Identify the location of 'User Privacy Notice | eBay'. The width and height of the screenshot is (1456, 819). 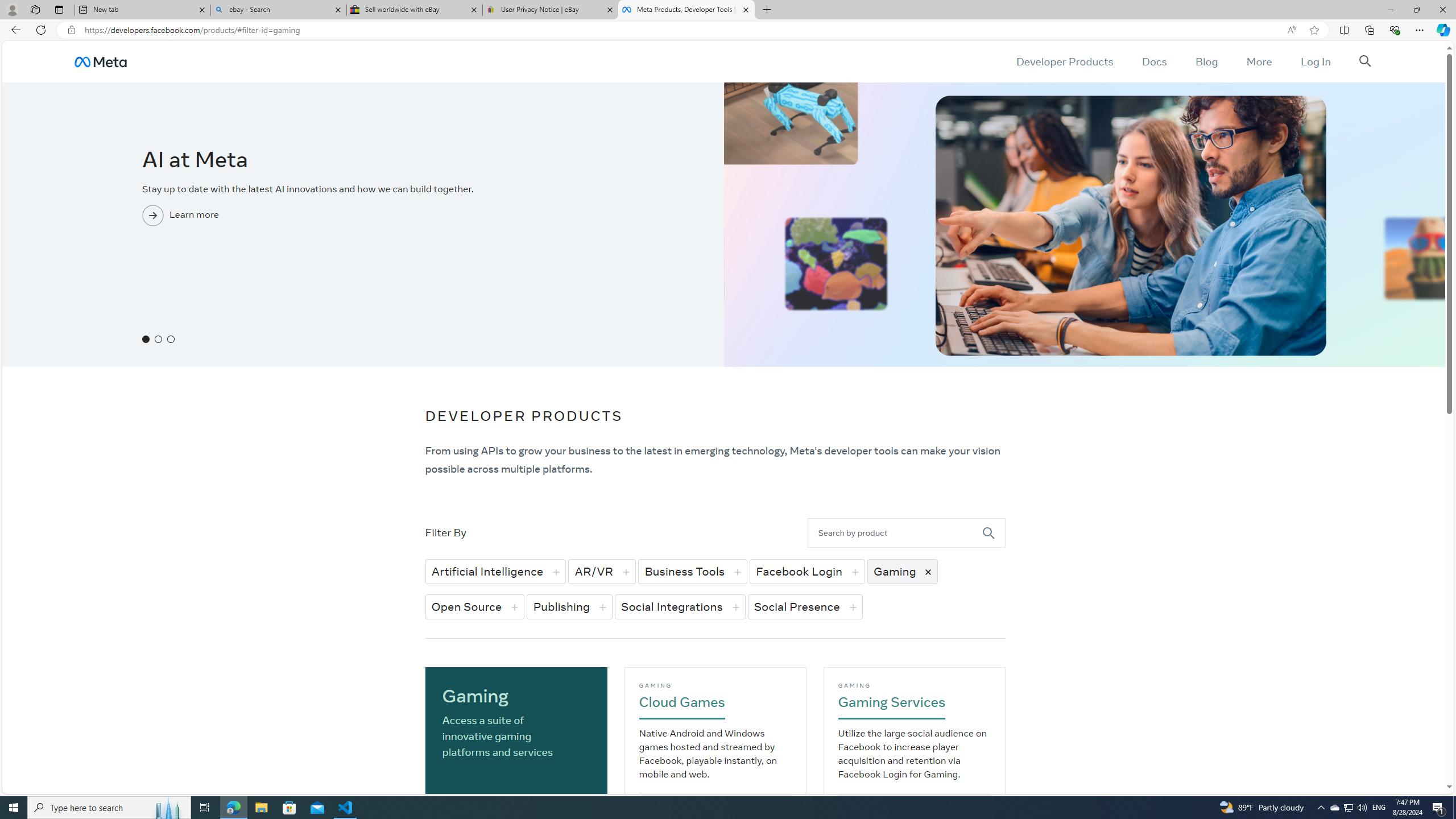
(549, 9).